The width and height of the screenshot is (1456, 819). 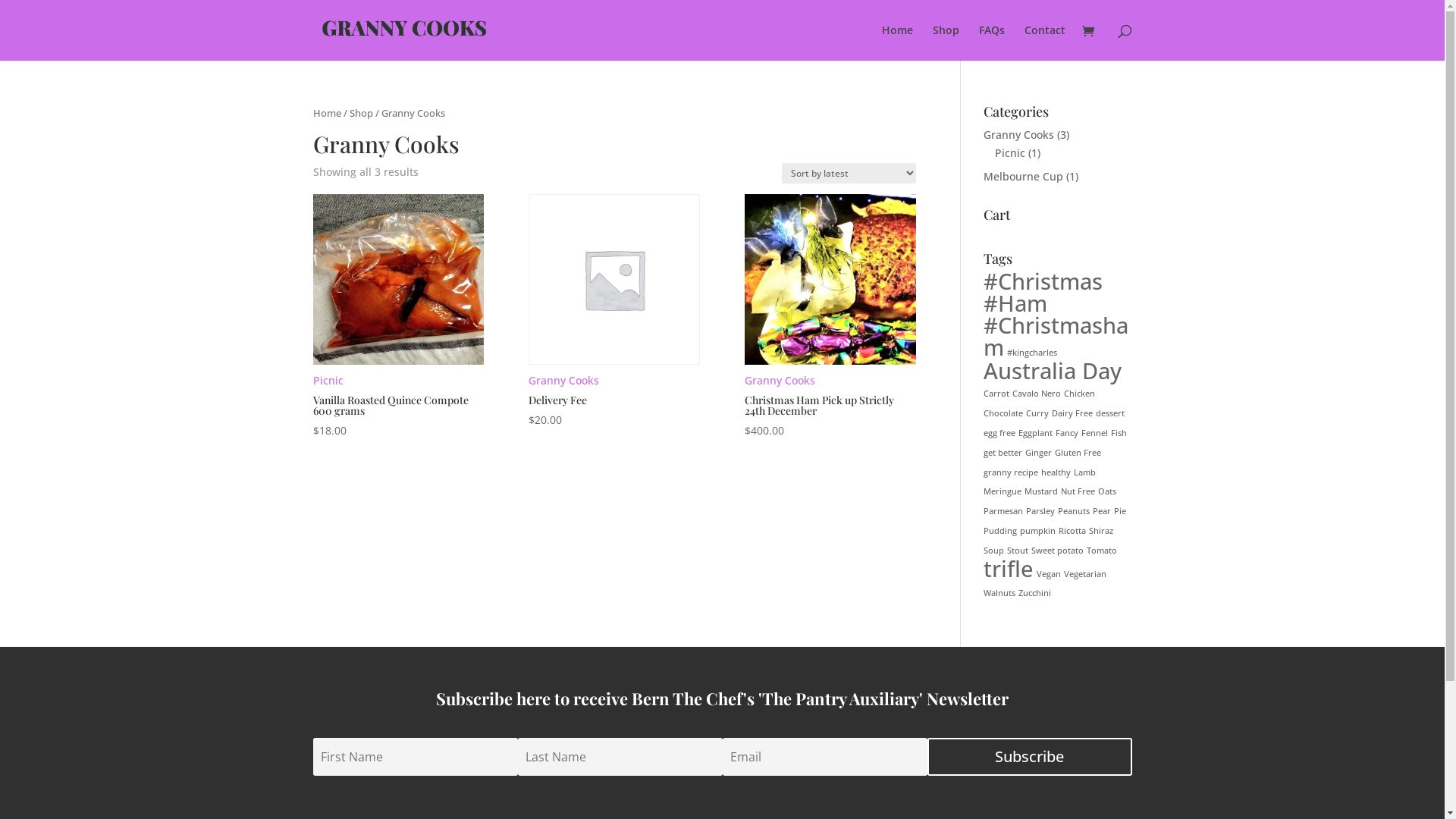 What do you see at coordinates (1102, 511) in the screenshot?
I see `'Pear'` at bounding box center [1102, 511].